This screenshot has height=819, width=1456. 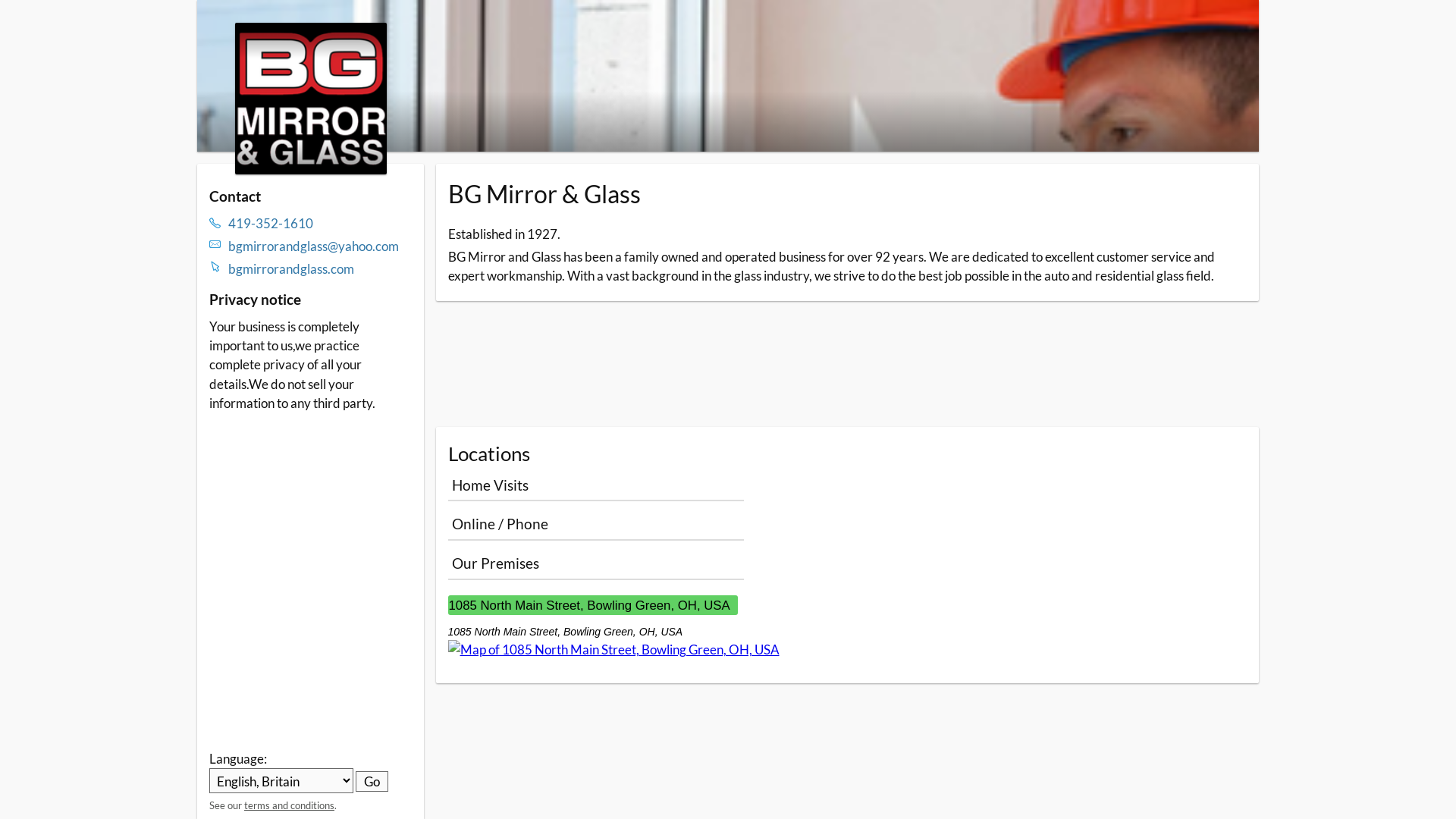 I want to click on 'bgmirrorandglass.com', so click(x=319, y=268).